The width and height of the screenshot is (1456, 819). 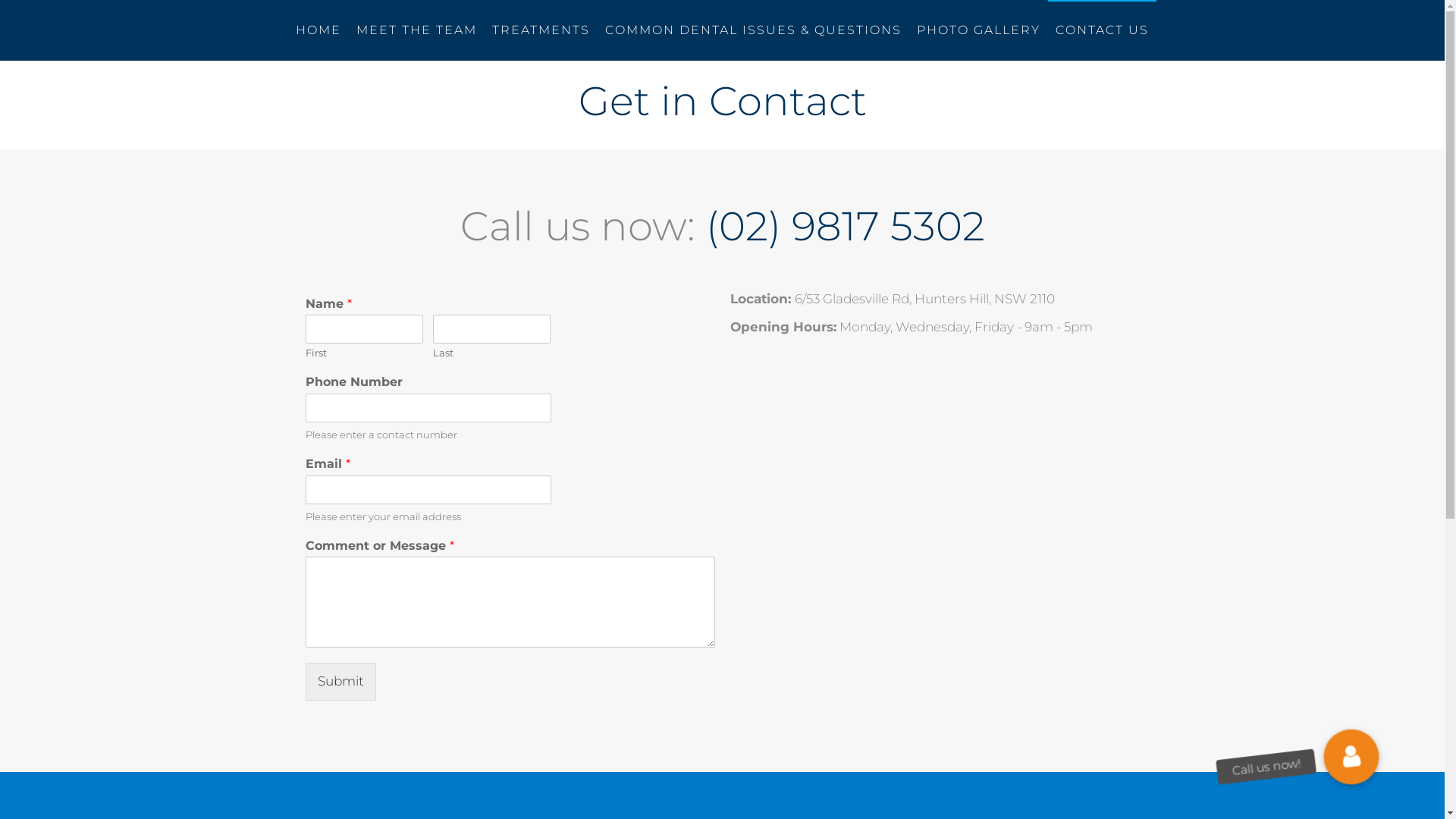 What do you see at coordinates (1102, 30) in the screenshot?
I see `'CONTACT US'` at bounding box center [1102, 30].